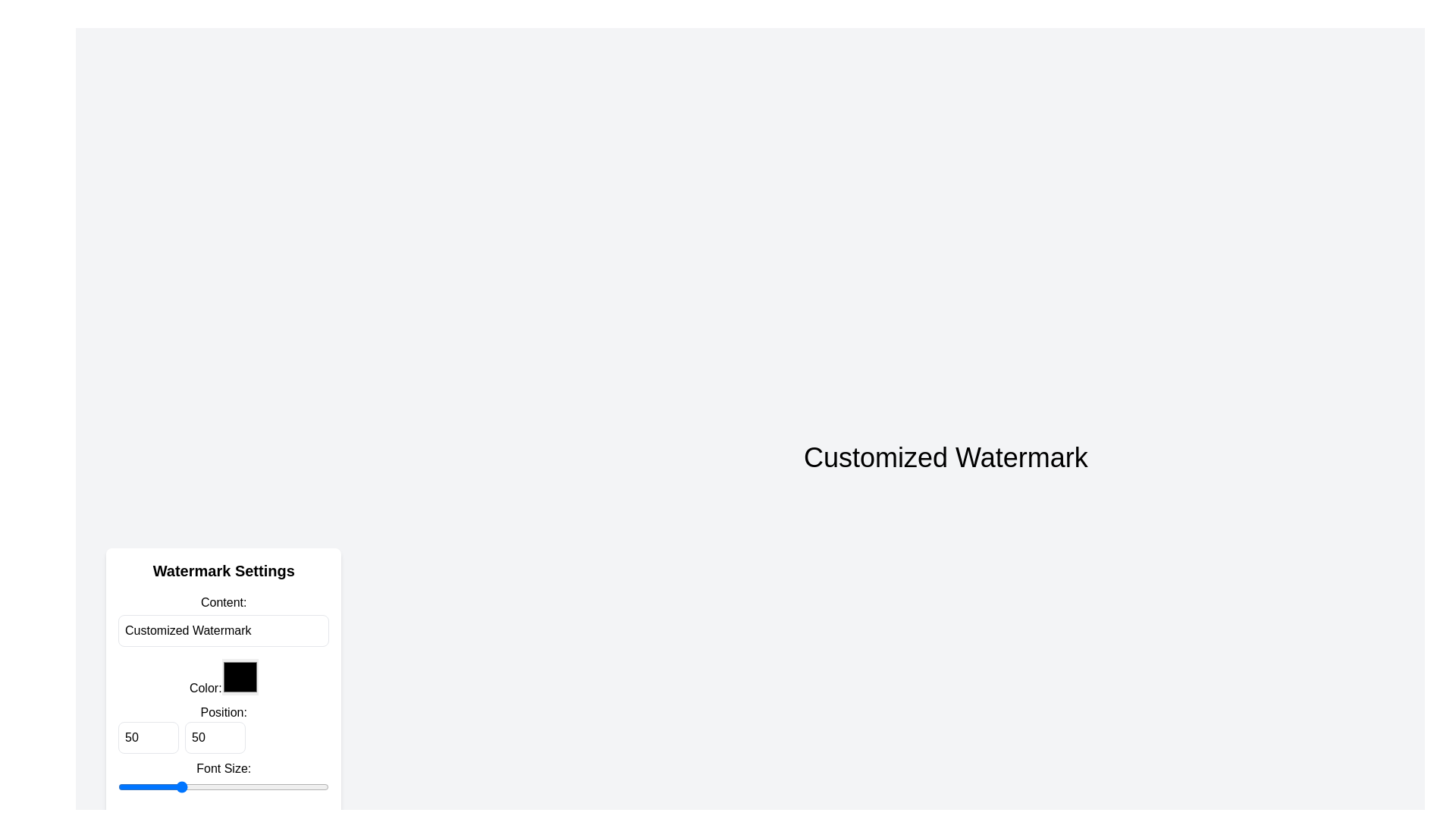  What do you see at coordinates (305, 786) in the screenshot?
I see `the font size` at bounding box center [305, 786].